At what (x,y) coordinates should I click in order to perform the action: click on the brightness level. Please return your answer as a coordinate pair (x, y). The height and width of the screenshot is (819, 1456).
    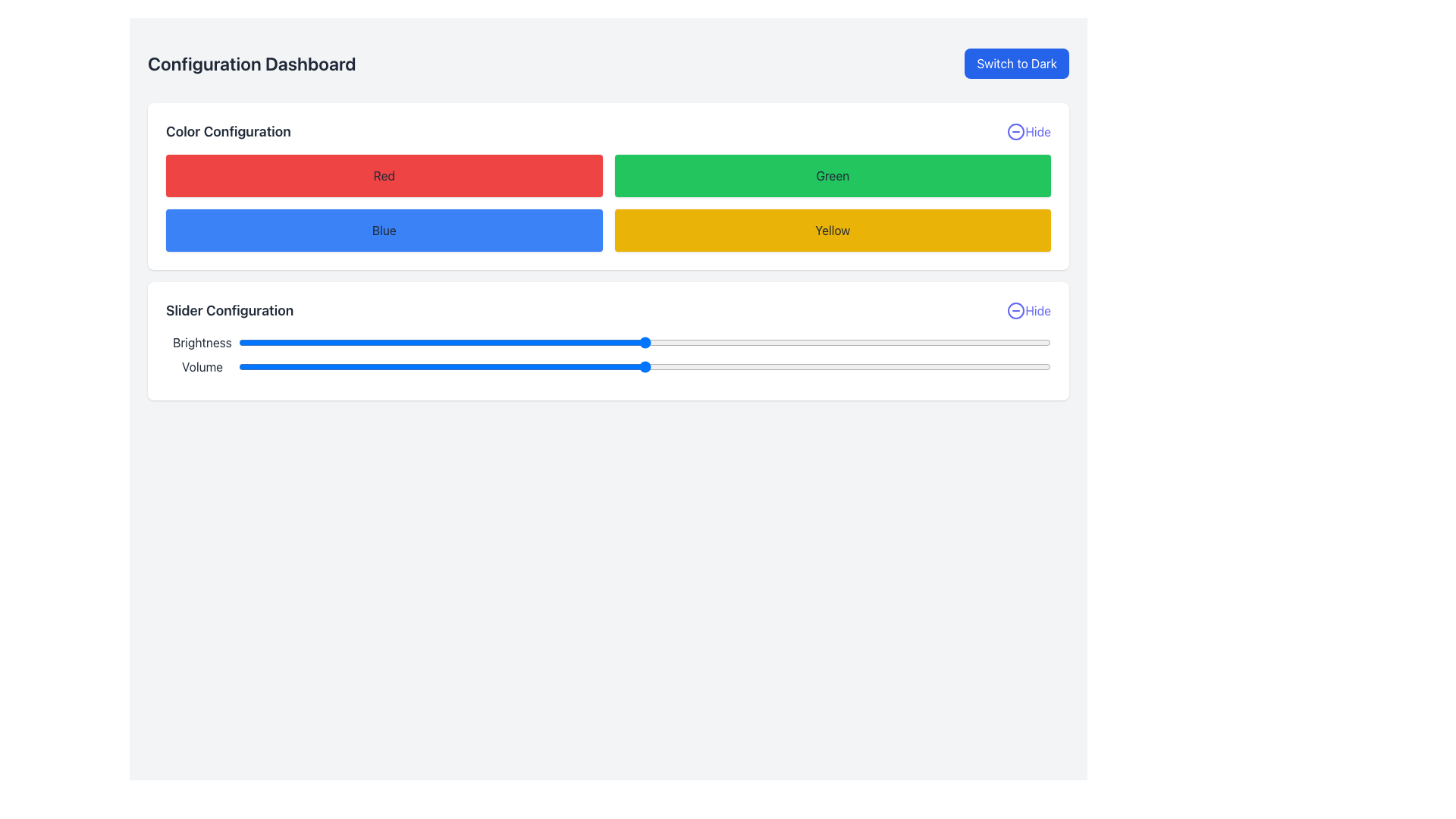
    Looking at the image, I should click on (839, 342).